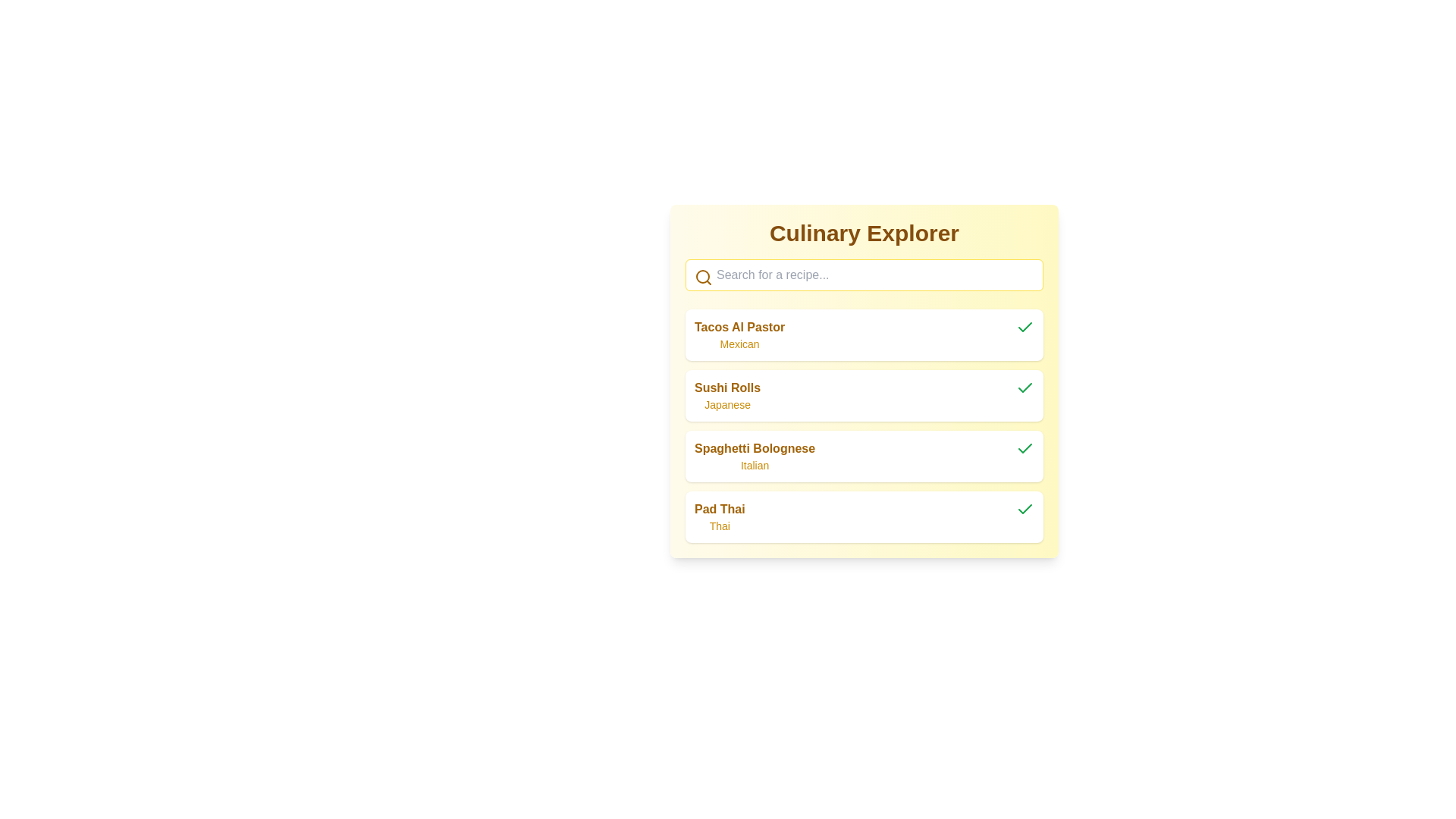 The width and height of the screenshot is (1456, 819). What do you see at coordinates (1025, 327) in the screenshot?
I see `the green checkmark icon indicating a completed state located in the top-right corner of the 'Tacos Al Pastor' card for potential interactions` at bounding box center [1025, 327].